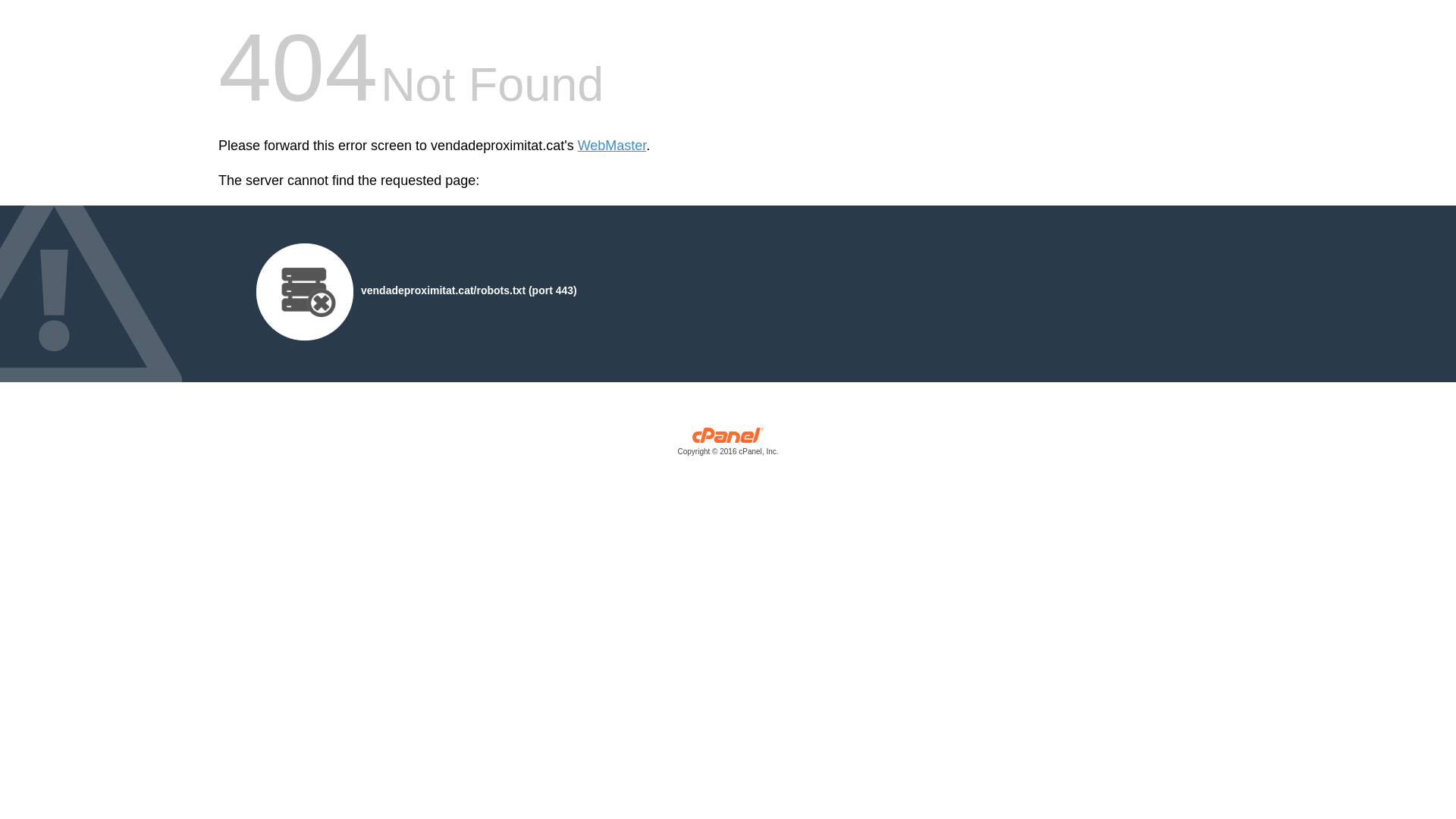 Image resolution: width=1456 pixels, height=819 pixels. What do you see at coordinates (612, 146) in the screenshot?
I see `'WebMaster'` at bounding box center [612, 146].